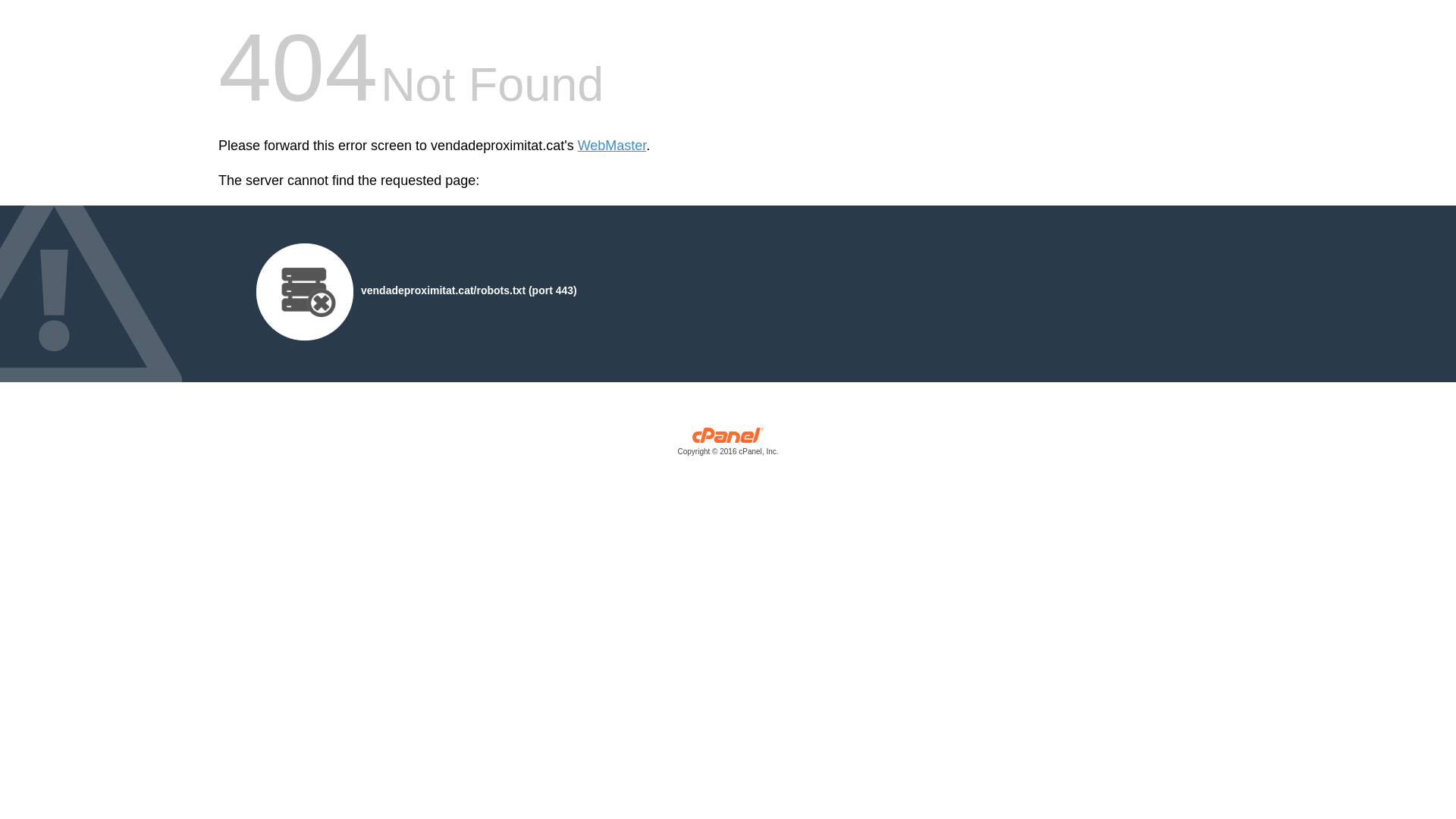 Image resolution: width=1456 pixels, height=819 pixels. What do you see at coordinates (612, 146) in the screenshot?
I see `'WebMaster'` at bounding box center [612, 146].